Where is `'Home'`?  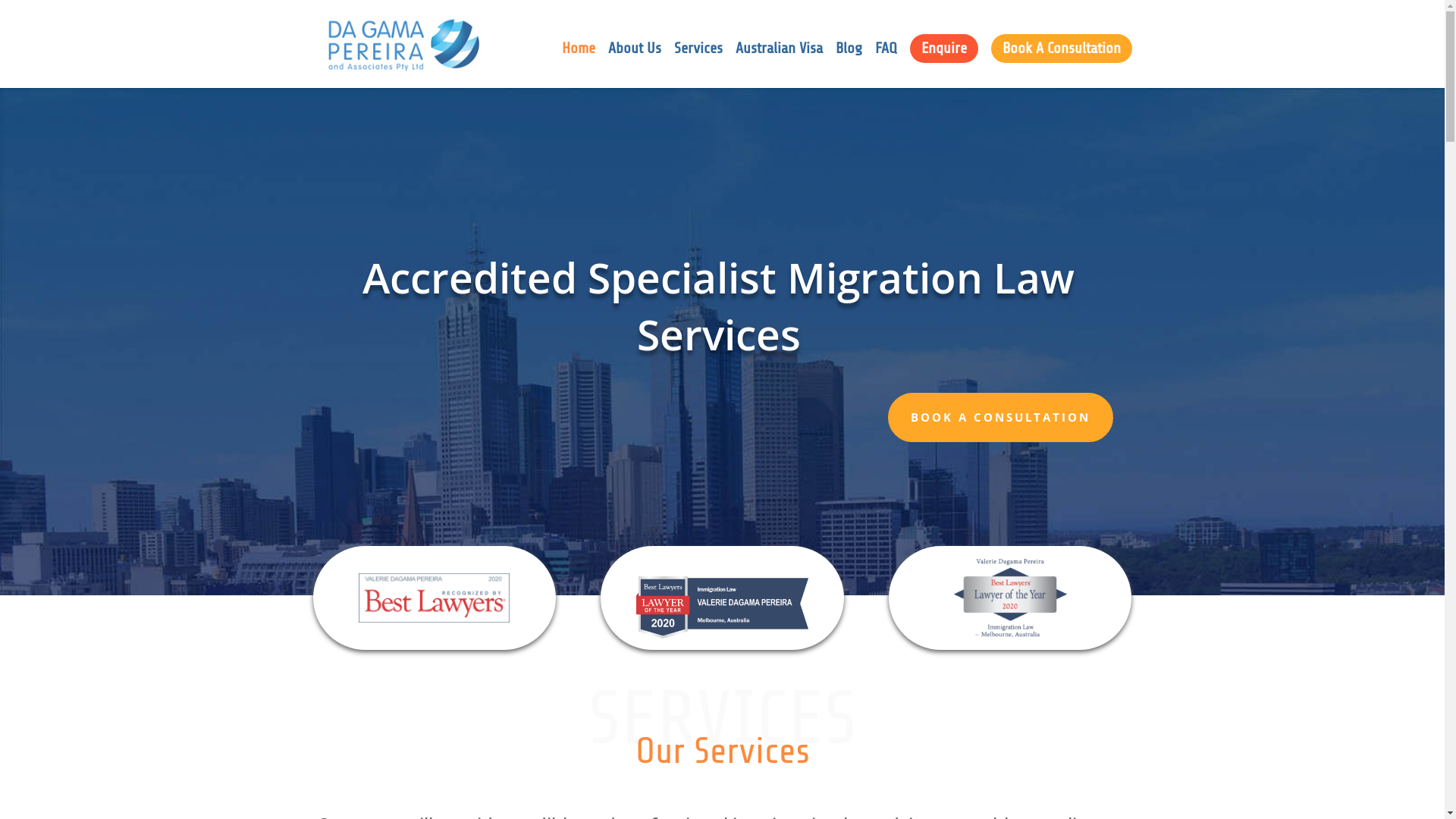
'Home' is located at coordinates (577, 64).